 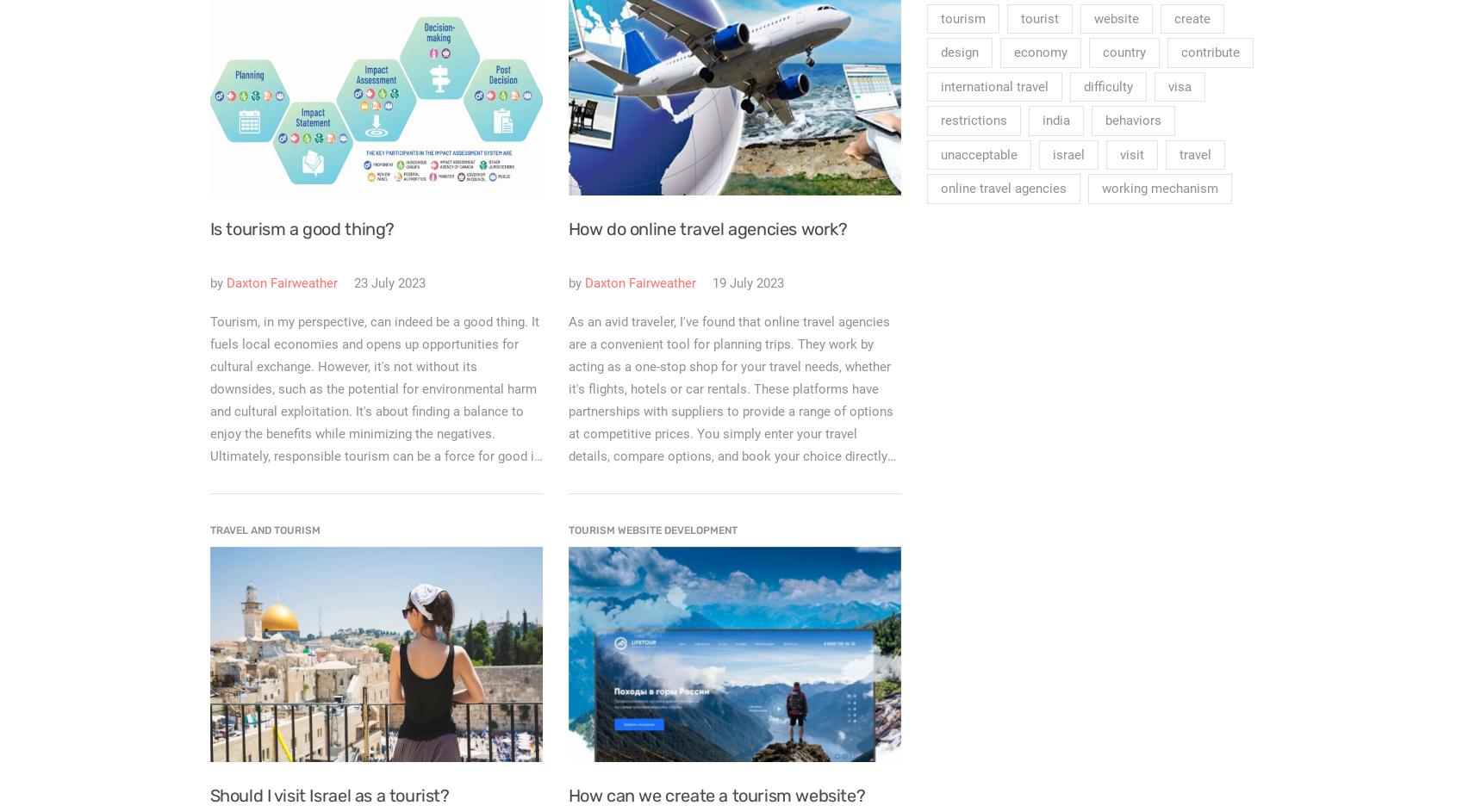 I want to click on 'tourism', so click(x=961, y=18).